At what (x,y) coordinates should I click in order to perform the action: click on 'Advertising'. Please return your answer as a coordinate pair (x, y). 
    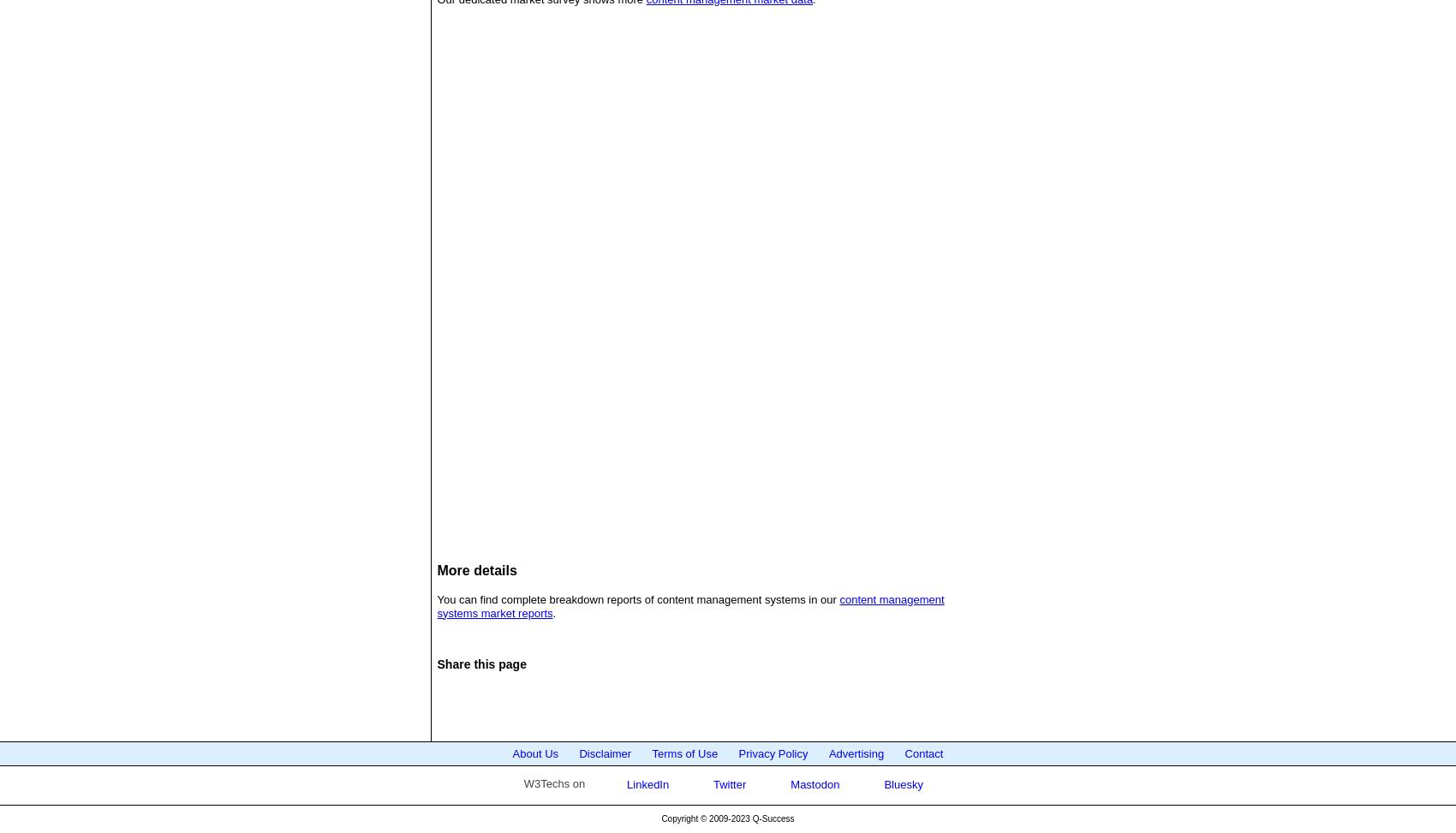
    Looking at the image, I should click on (855, 753).